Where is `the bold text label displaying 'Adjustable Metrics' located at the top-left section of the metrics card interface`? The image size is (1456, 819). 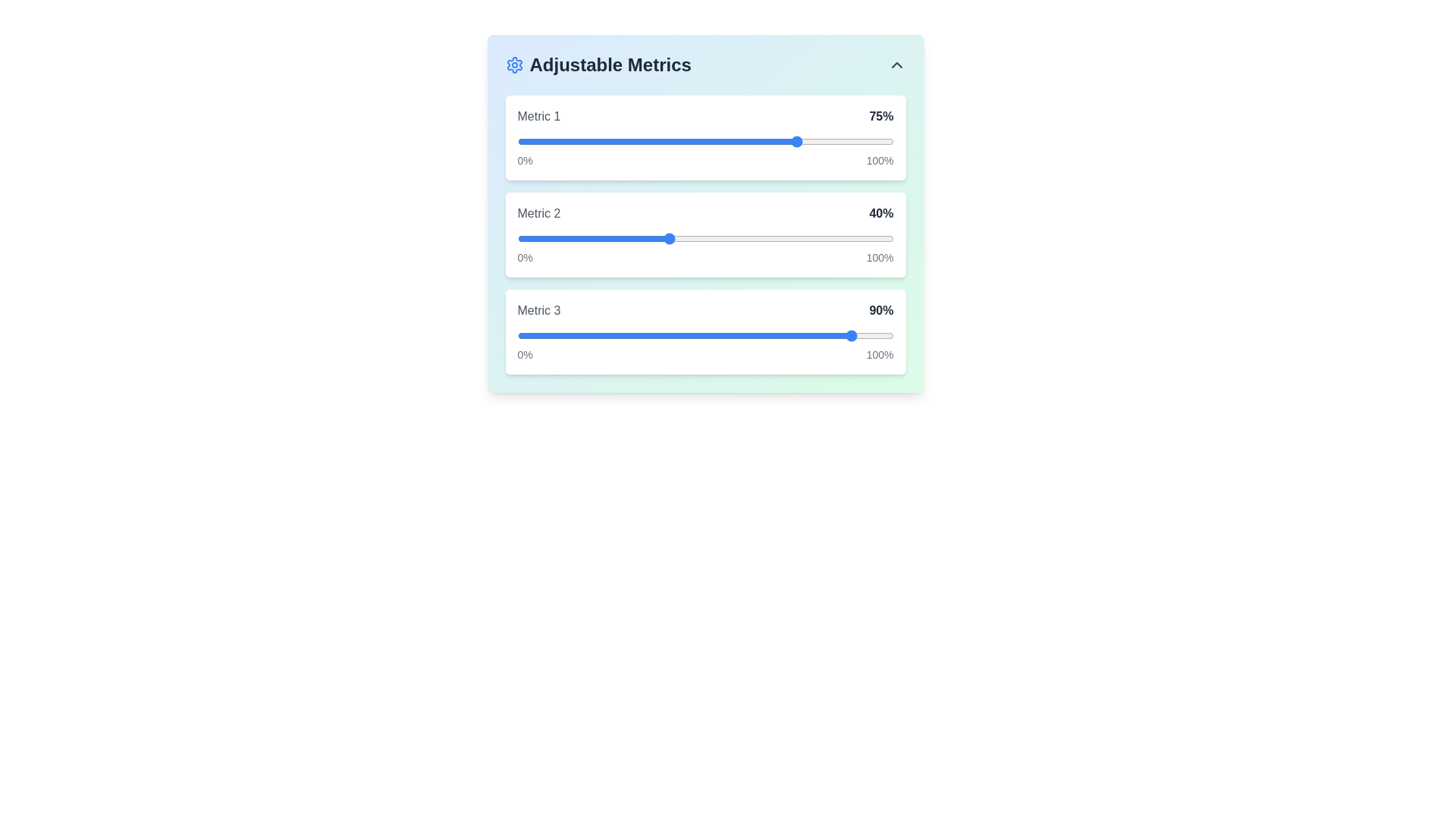
the bold text label displaying 'Adjustable Metrics' located at the top-left section of the metrics card interface is located at coordinates (598, 64).